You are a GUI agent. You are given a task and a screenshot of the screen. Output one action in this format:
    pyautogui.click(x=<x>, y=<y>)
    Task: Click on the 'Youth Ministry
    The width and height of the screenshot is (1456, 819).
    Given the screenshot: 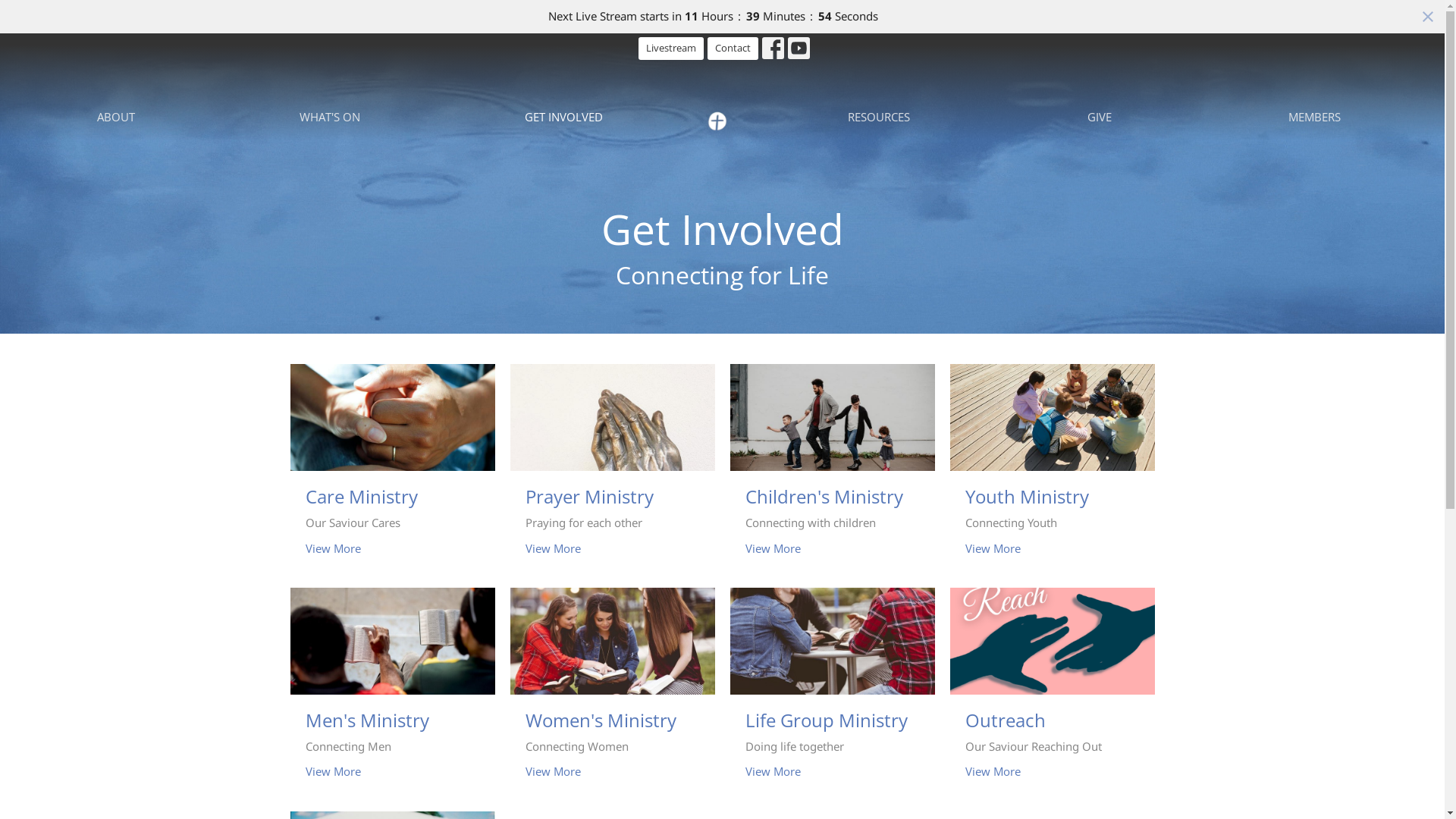 What is the action you would take?
    pyautogui.click(x=1051, y=467)
    